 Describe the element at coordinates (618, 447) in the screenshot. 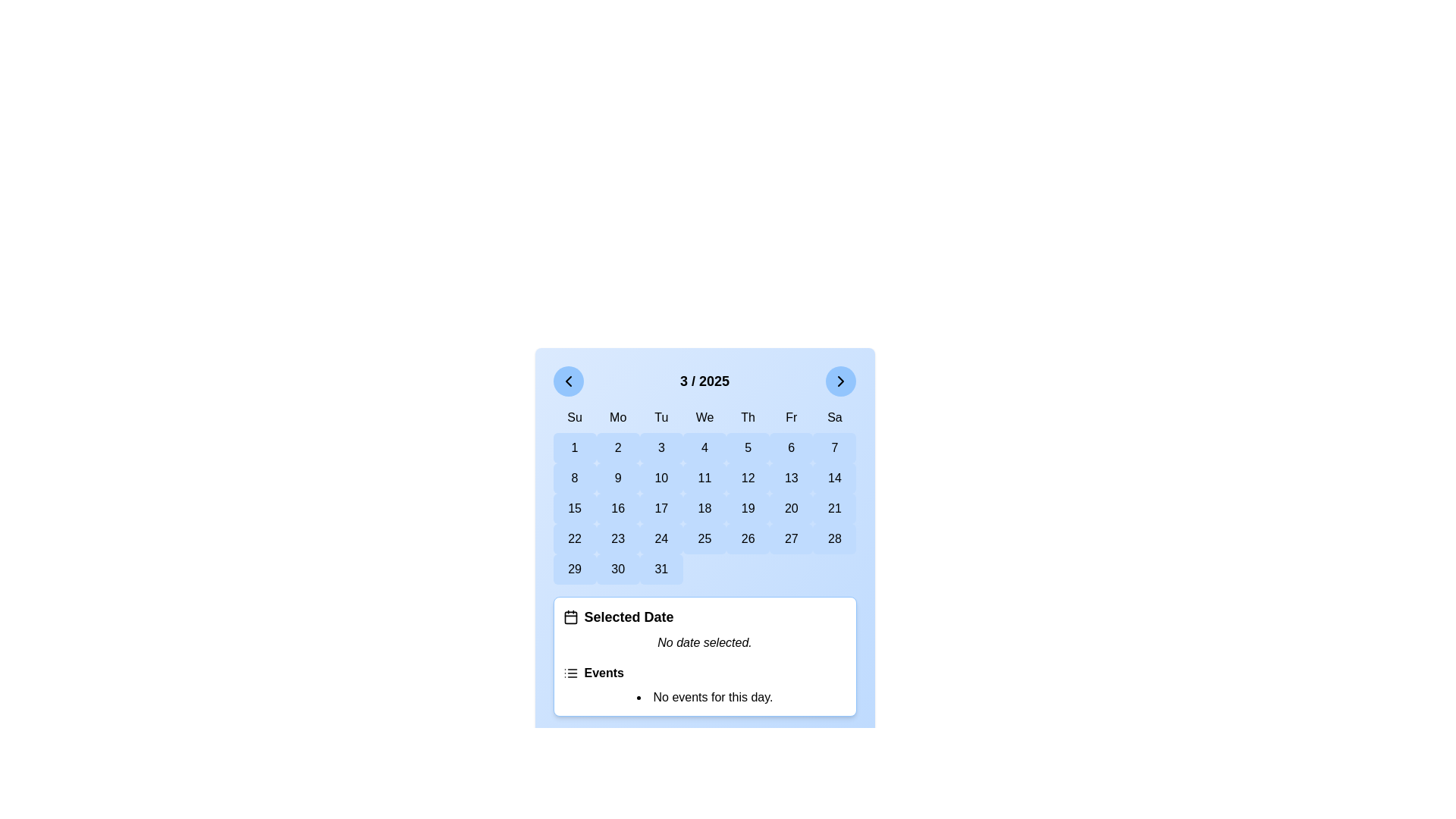

I see `the button representing the second day of the month` at that location.